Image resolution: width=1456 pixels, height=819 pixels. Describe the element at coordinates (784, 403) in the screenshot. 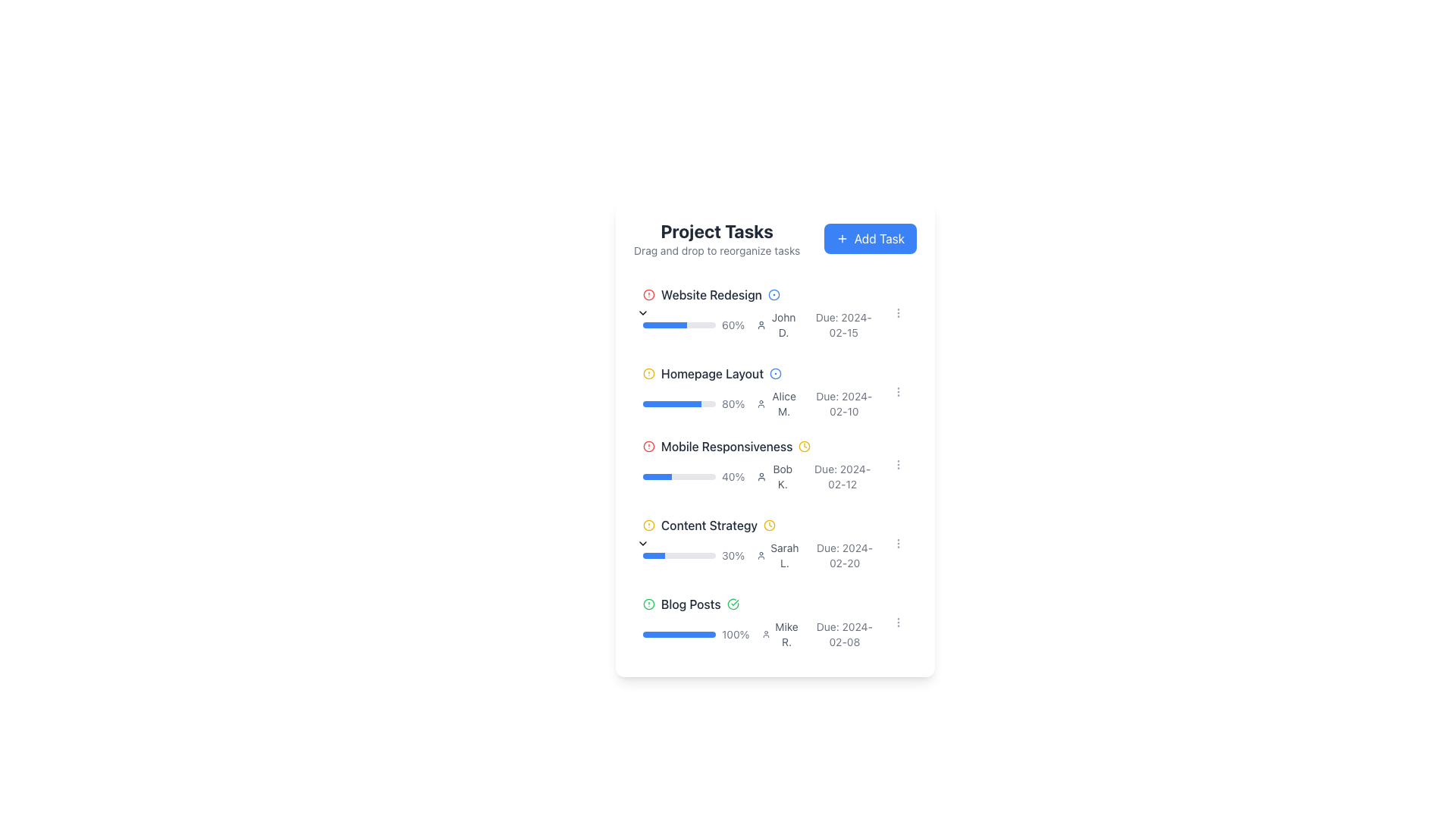

I see `the name 'Alice M.' as the task assignee displayed in a dark gray text label within the 'Homepage Layout' task row` at that location.